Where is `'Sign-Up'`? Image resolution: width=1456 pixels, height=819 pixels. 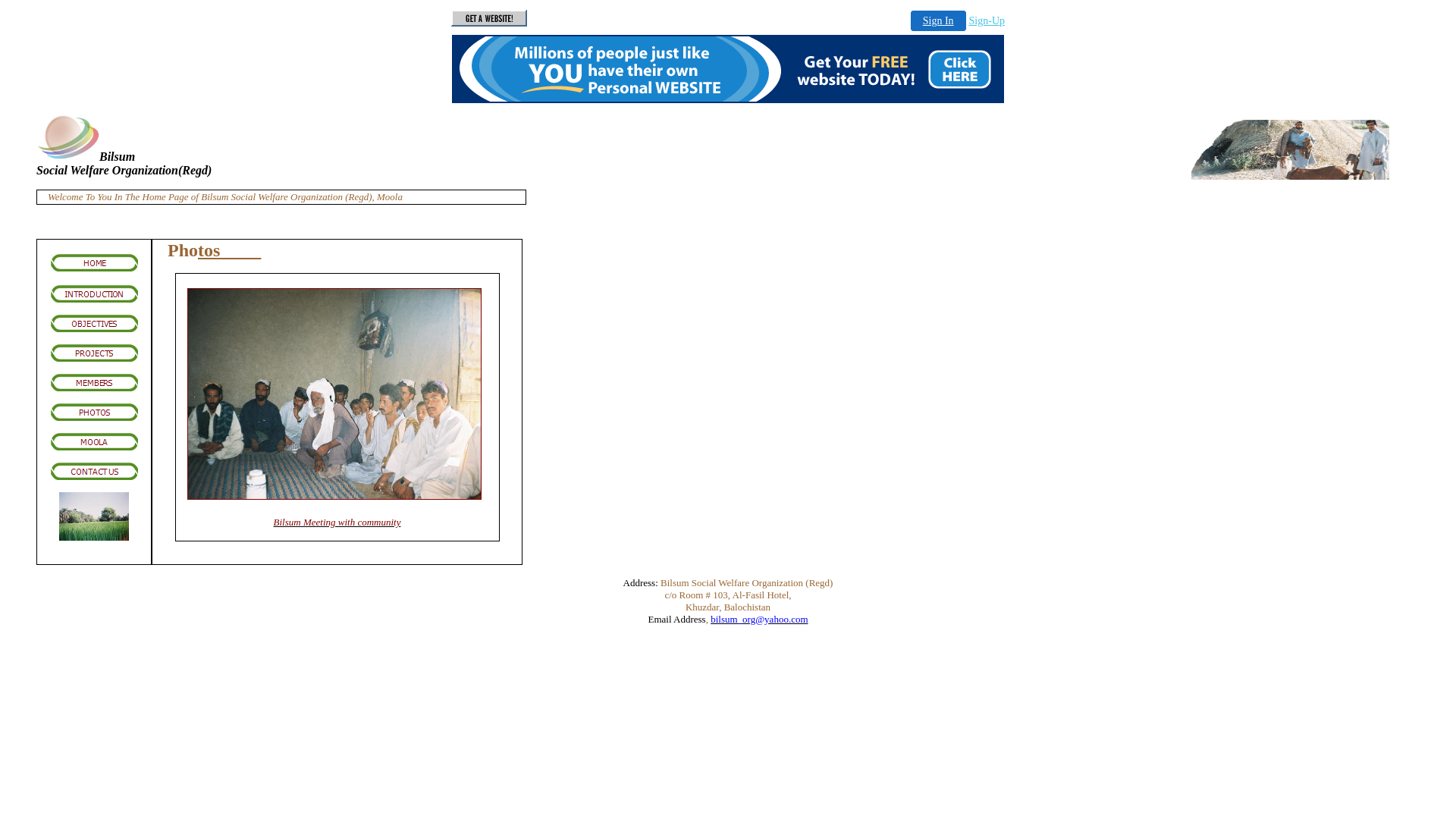 'Sign-Up' is located at coordinates (968, 20).